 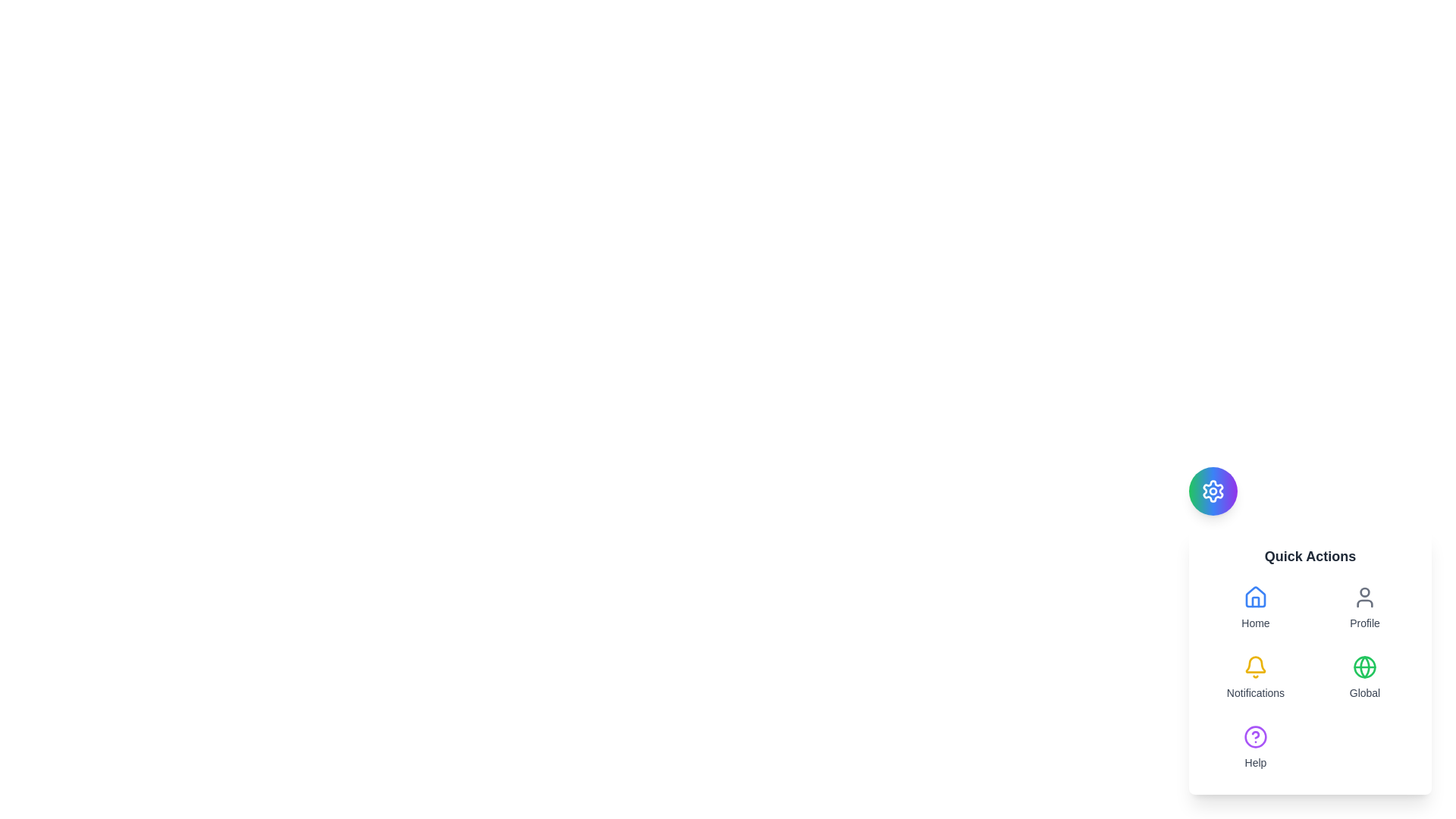 What do you see at coordinates (1256, 596) in the screenshot?
I see `the 'Home' icon in the Quick Actions menu` at bounding box center [1256, 596].